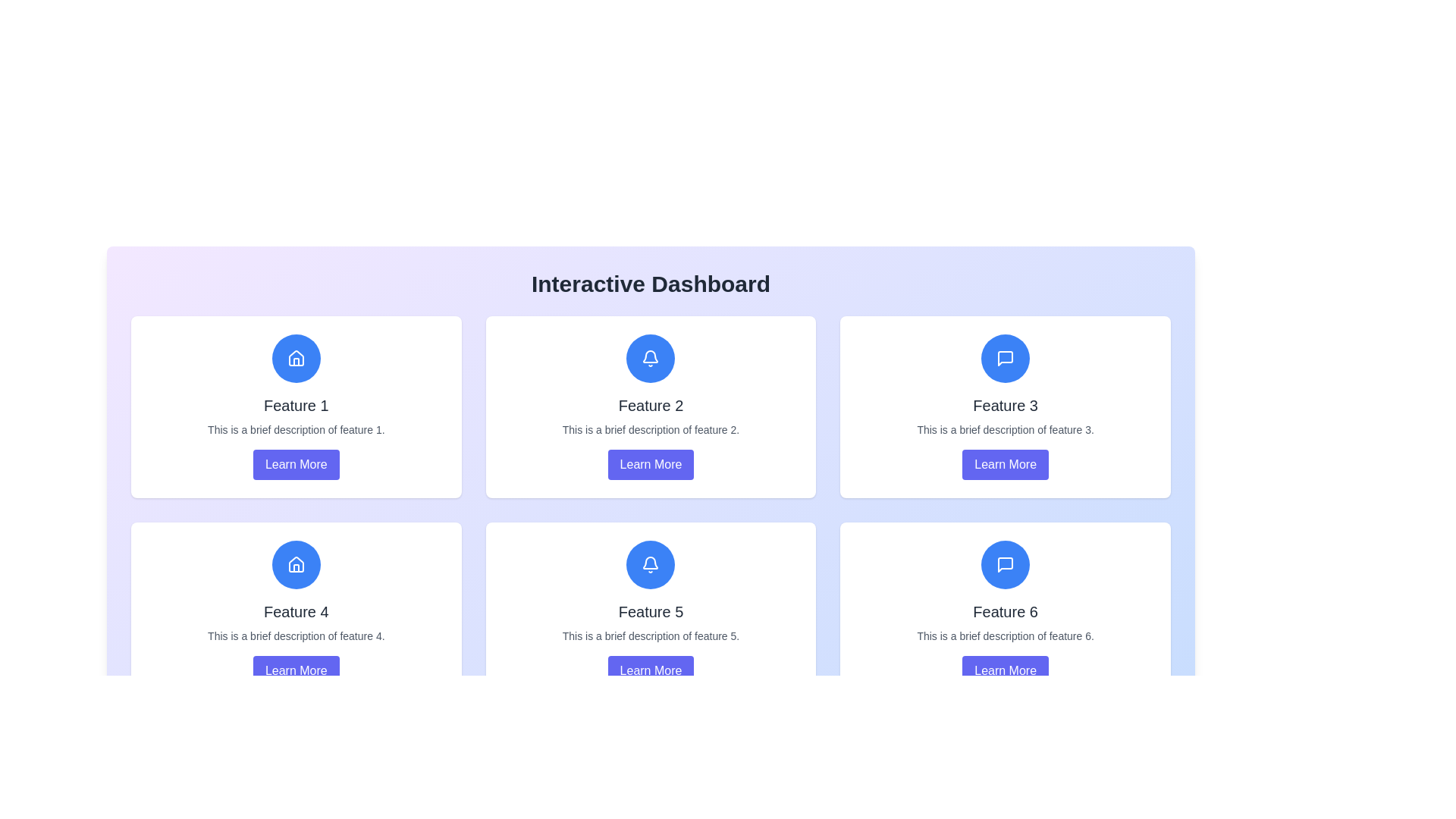  What do you see at coordinates (296, 405) in the screenshot?
I see `the text label that provides a title for the feature in the first feature card, positioned below the circular icon and above the text description` at bounding box center [296, 405].